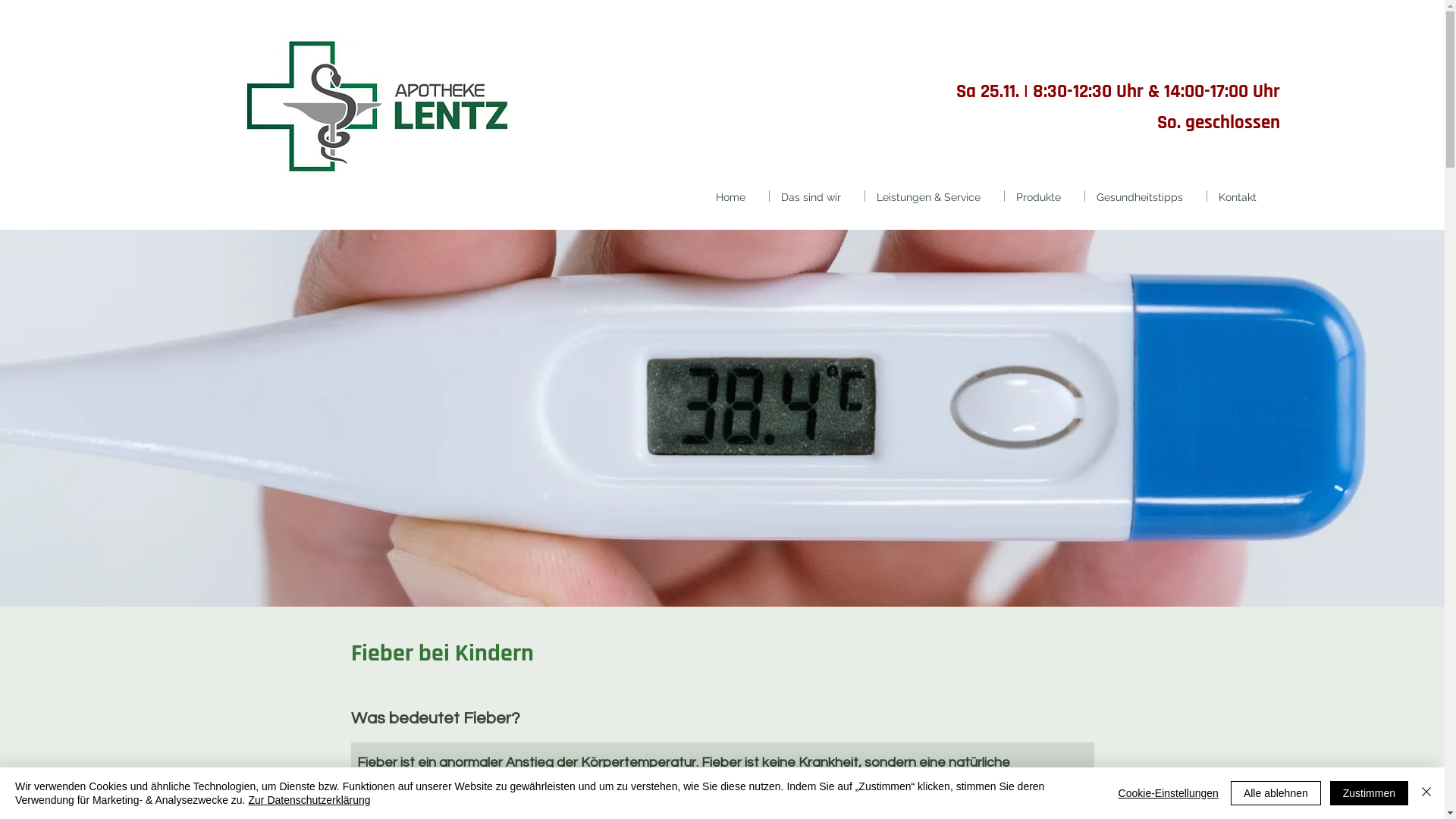 The width and height of the screenshot is (1456, 819). I want to click on 'Gesundheitstipps', so click(1146, 195).